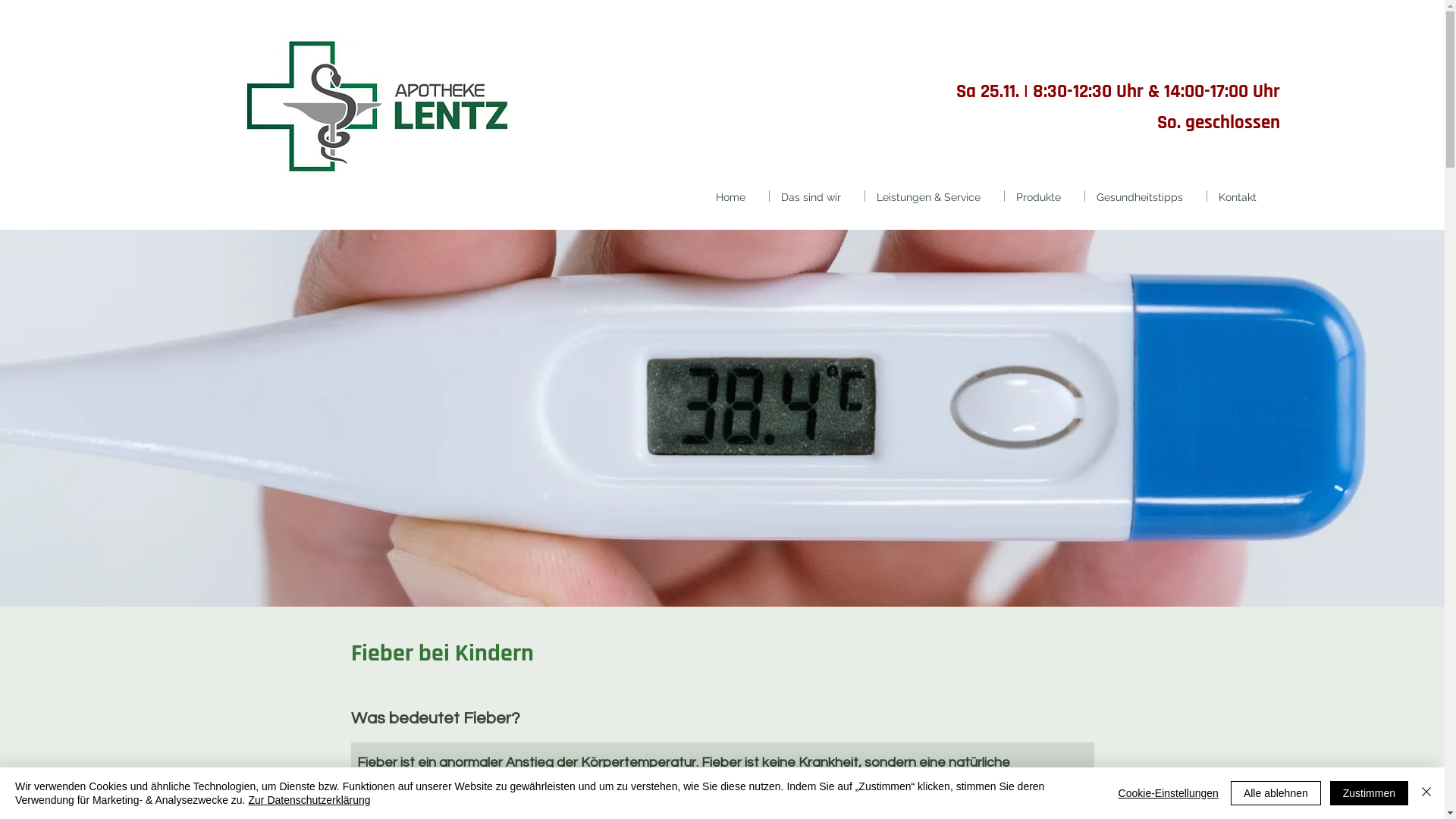 The width and height of the screenshot is (1456, 819). I want to click on 'Gesundheitstipps', so click(1146, 195).